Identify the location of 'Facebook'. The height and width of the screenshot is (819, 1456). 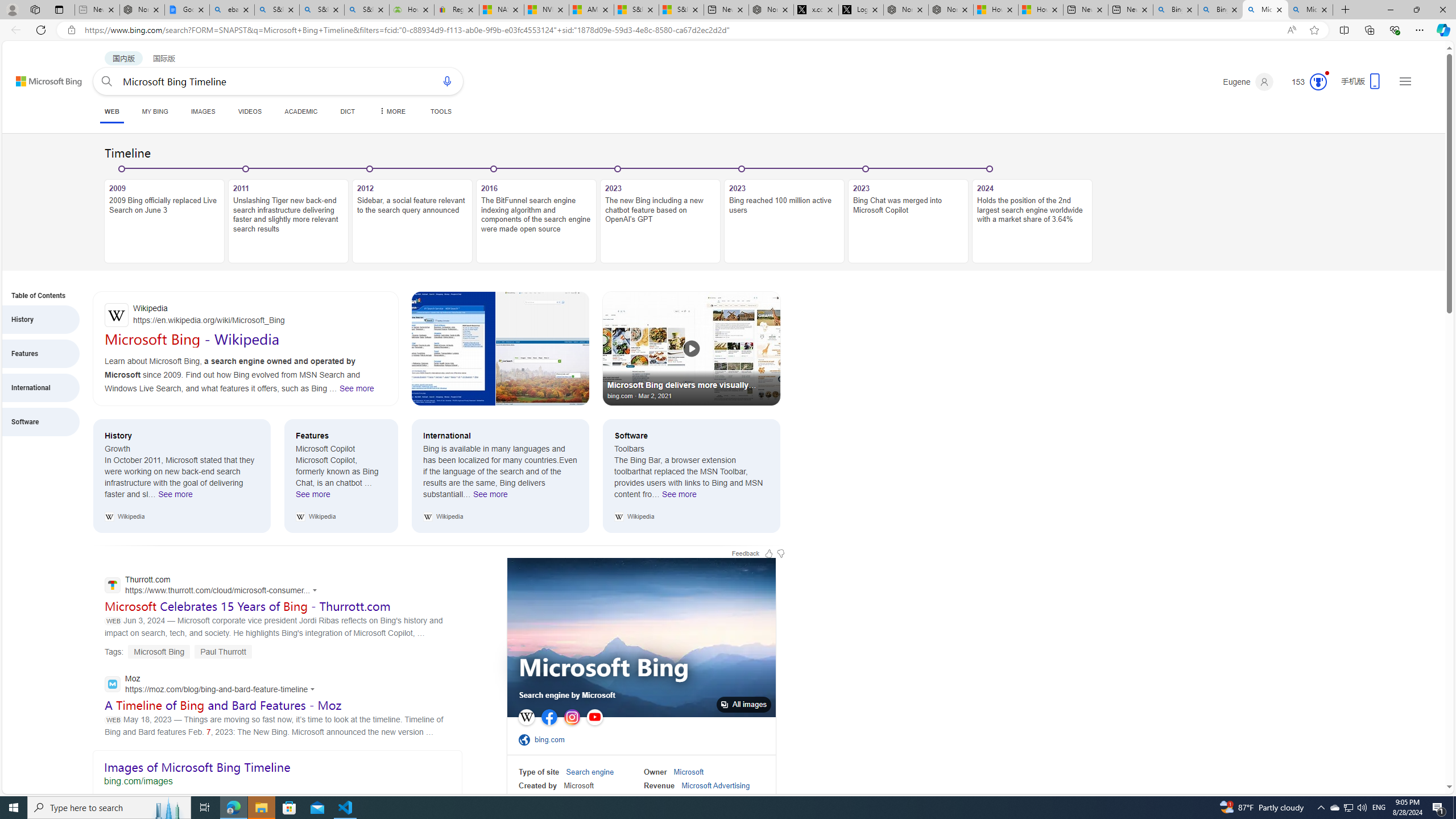
(549, 717).